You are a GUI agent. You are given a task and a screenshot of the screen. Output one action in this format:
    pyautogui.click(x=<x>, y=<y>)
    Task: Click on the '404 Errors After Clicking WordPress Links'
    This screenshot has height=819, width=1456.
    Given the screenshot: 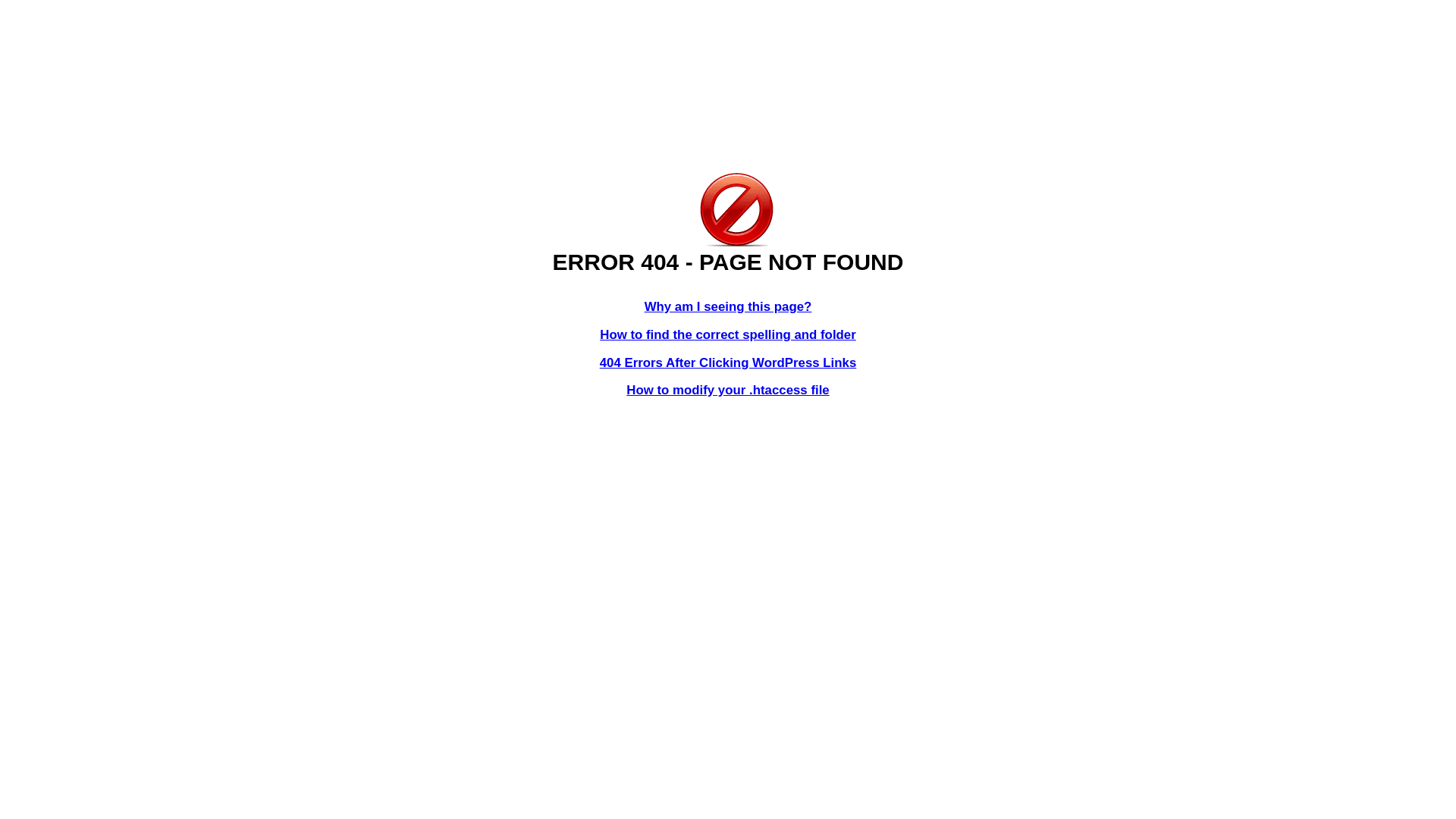 What is the action you would take?
    pyautogui.click(x=728, y=362)
    